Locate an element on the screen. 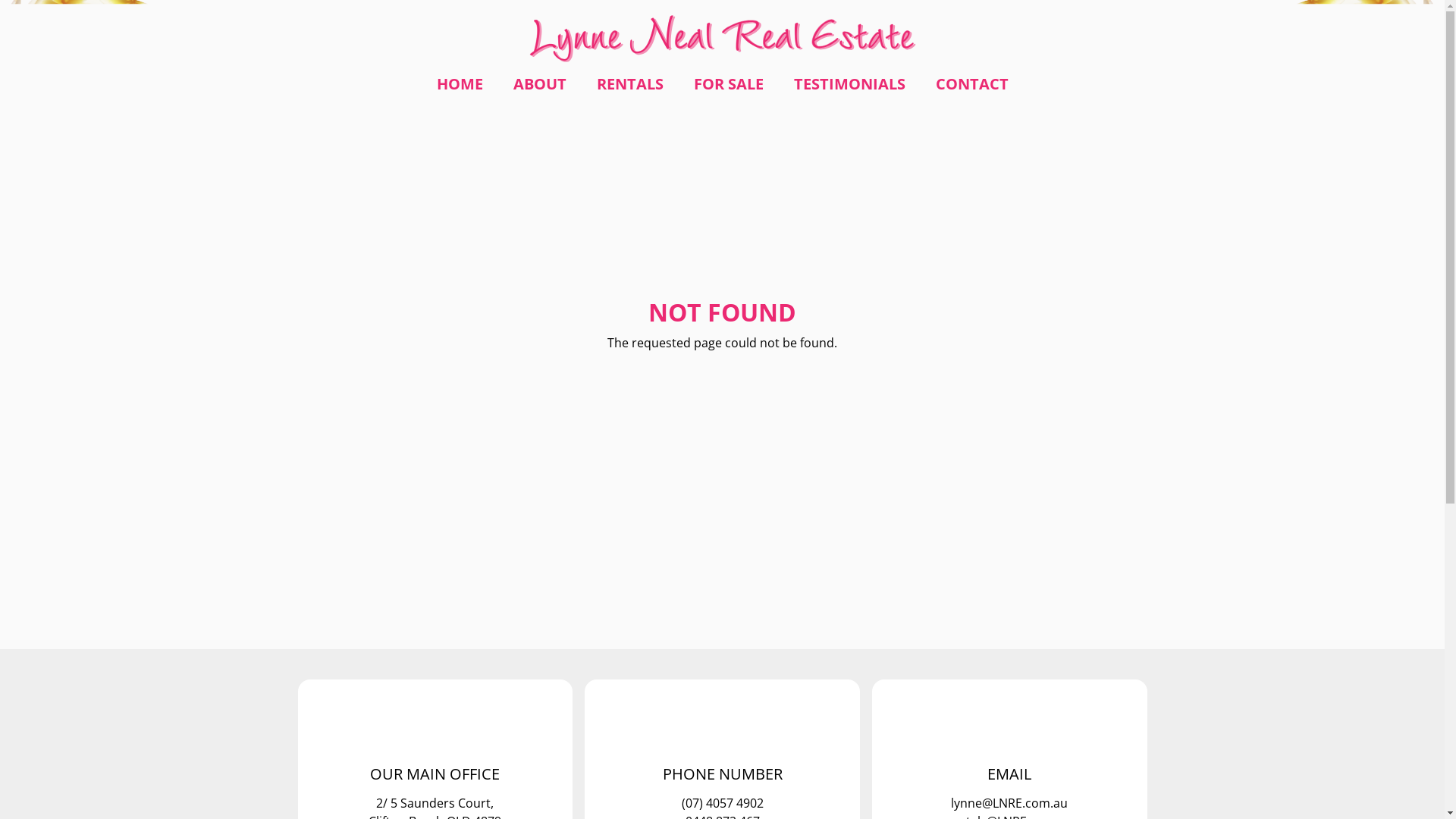 This screenshot has height=819, width=1456. 'CONTACT' is located at coordinates (920, 84).